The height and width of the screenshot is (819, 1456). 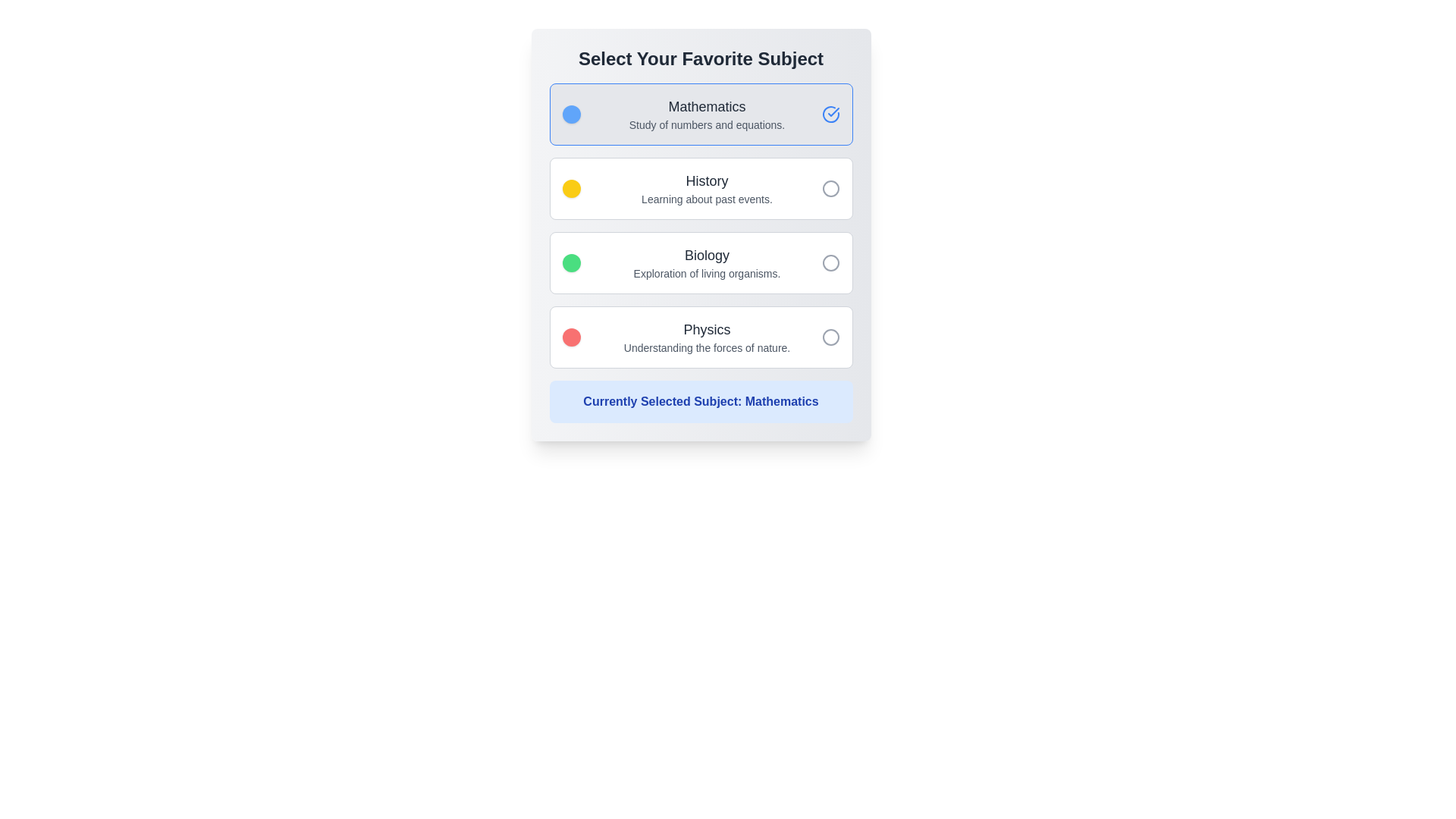 I want to click on the text label that reads 'Study of numbers and equations' which is styled in a gray font, located under the title 'Mathematics', so click(x=706, y=124).